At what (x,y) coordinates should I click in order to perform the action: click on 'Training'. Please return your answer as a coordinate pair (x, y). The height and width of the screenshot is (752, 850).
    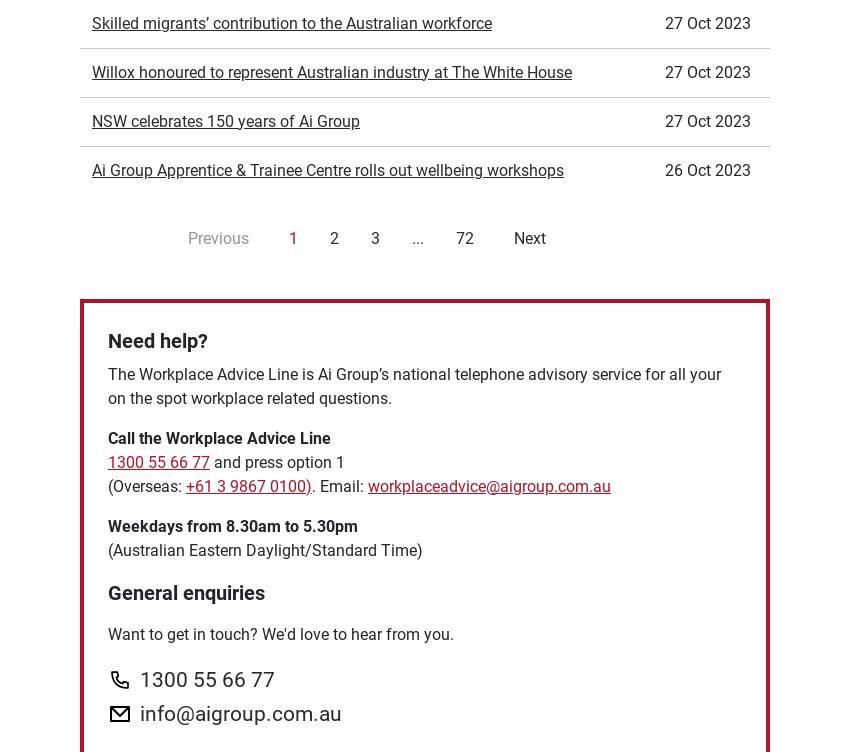
    Looking at the image, I should click on (79, 644).